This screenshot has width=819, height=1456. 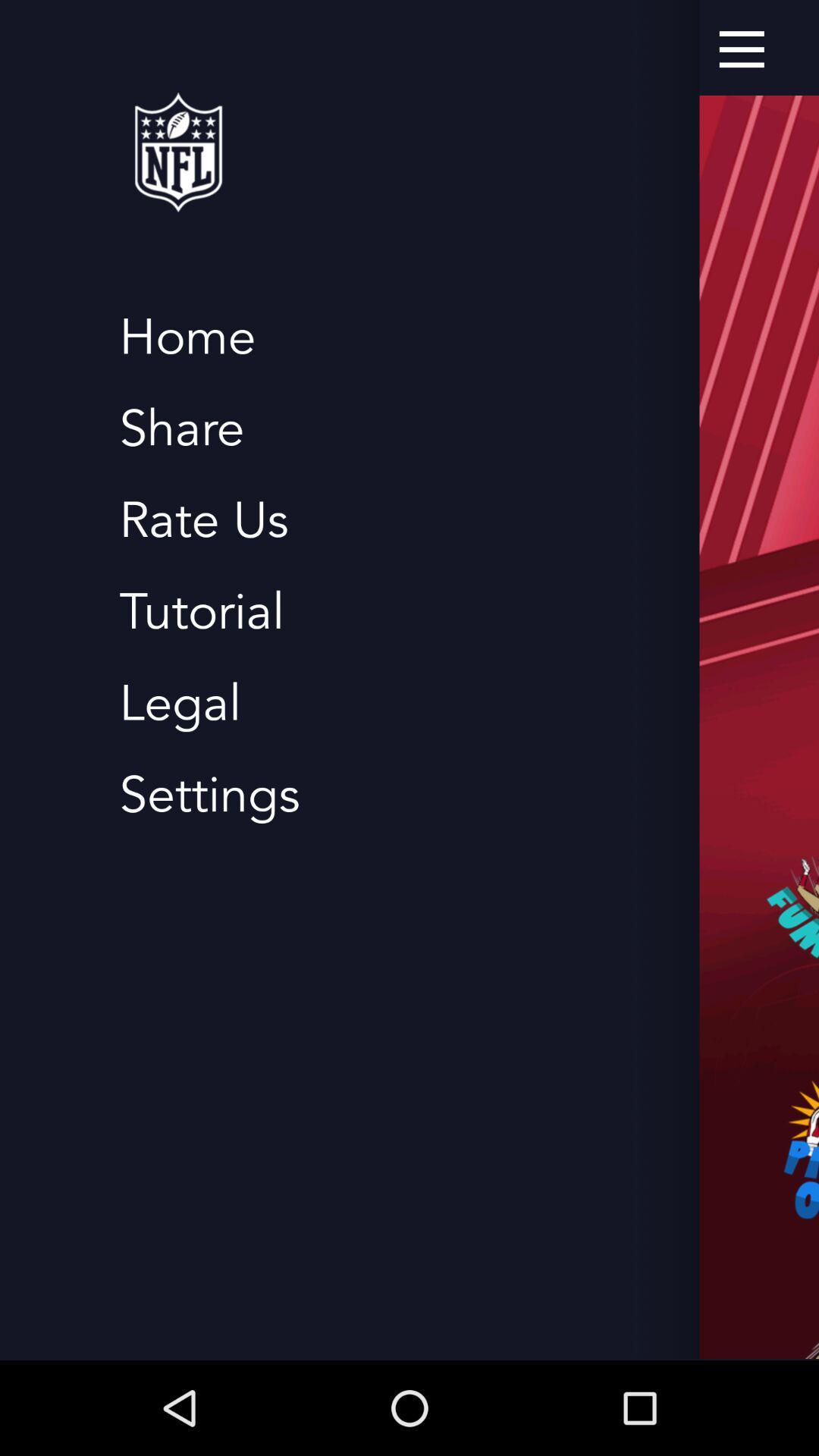 I want to click on icon above the settings item, so click(x=179, y=703).